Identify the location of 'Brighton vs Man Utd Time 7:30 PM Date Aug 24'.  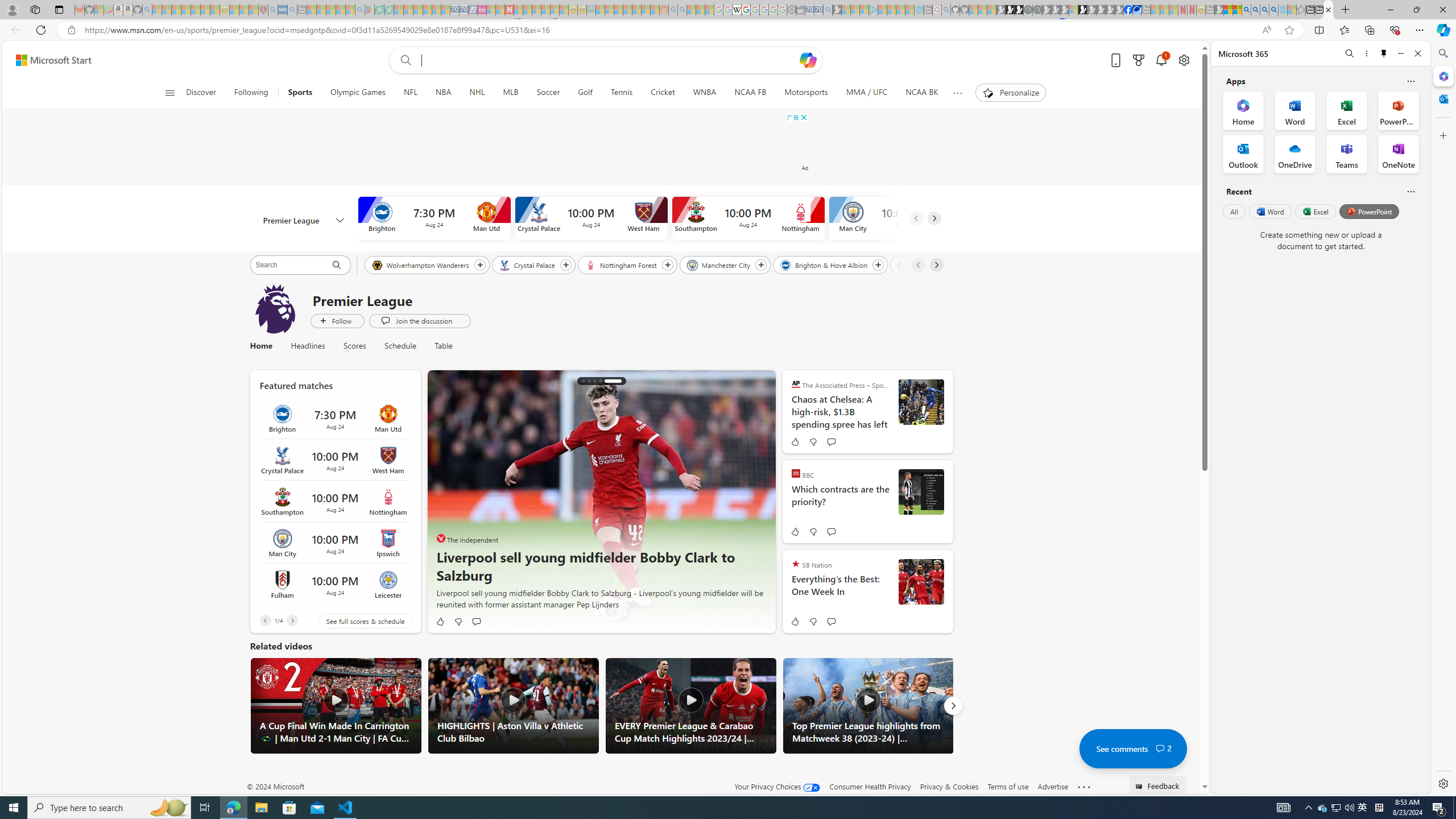
(334, 418).